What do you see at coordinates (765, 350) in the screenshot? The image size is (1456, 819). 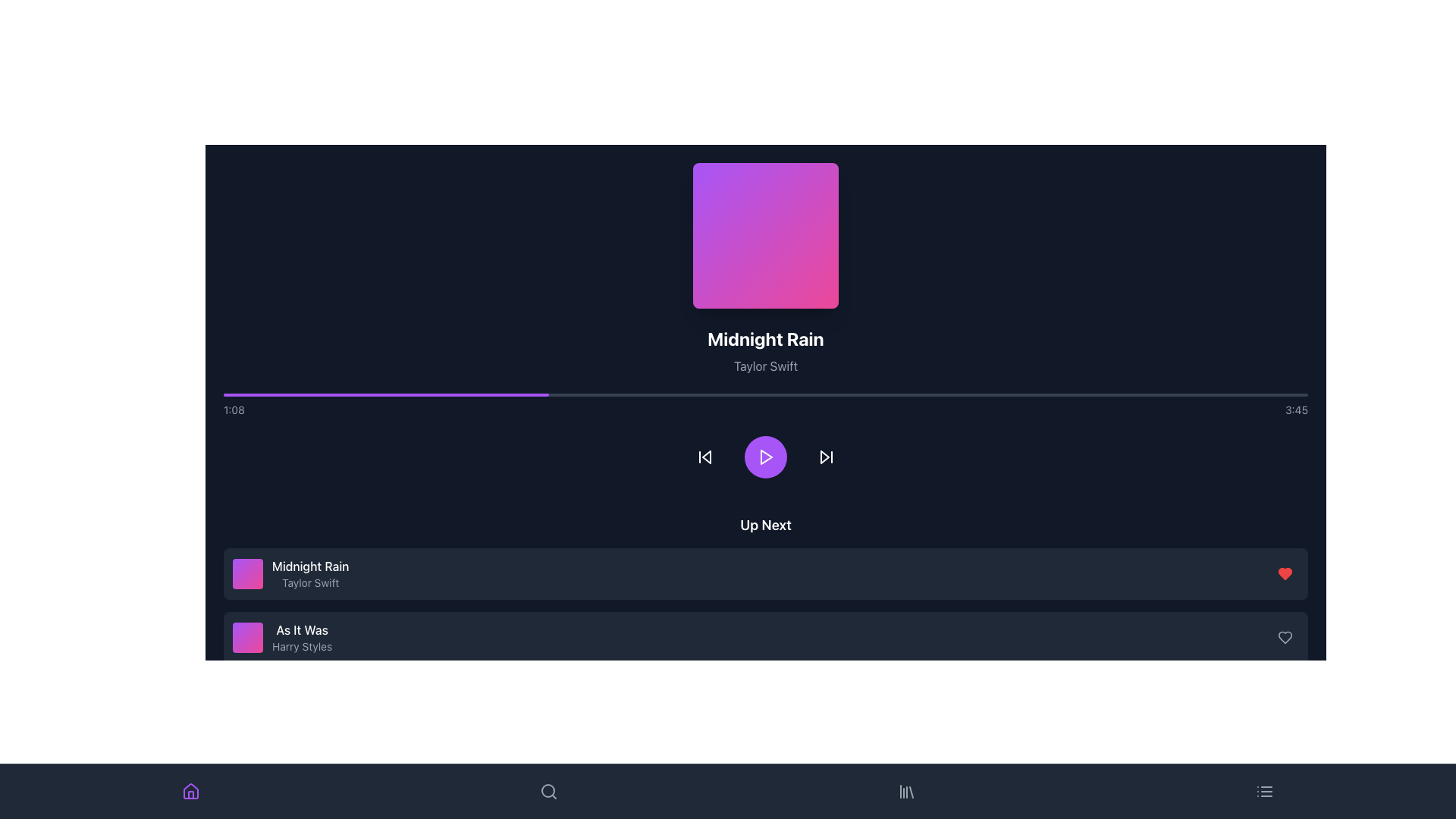 I see `the text display showing the song title 'Midnight Rain' by 'Taylor Swift', which is centrally aligned below the album cover image and above the progress bar` at bounding box center [765, 350].